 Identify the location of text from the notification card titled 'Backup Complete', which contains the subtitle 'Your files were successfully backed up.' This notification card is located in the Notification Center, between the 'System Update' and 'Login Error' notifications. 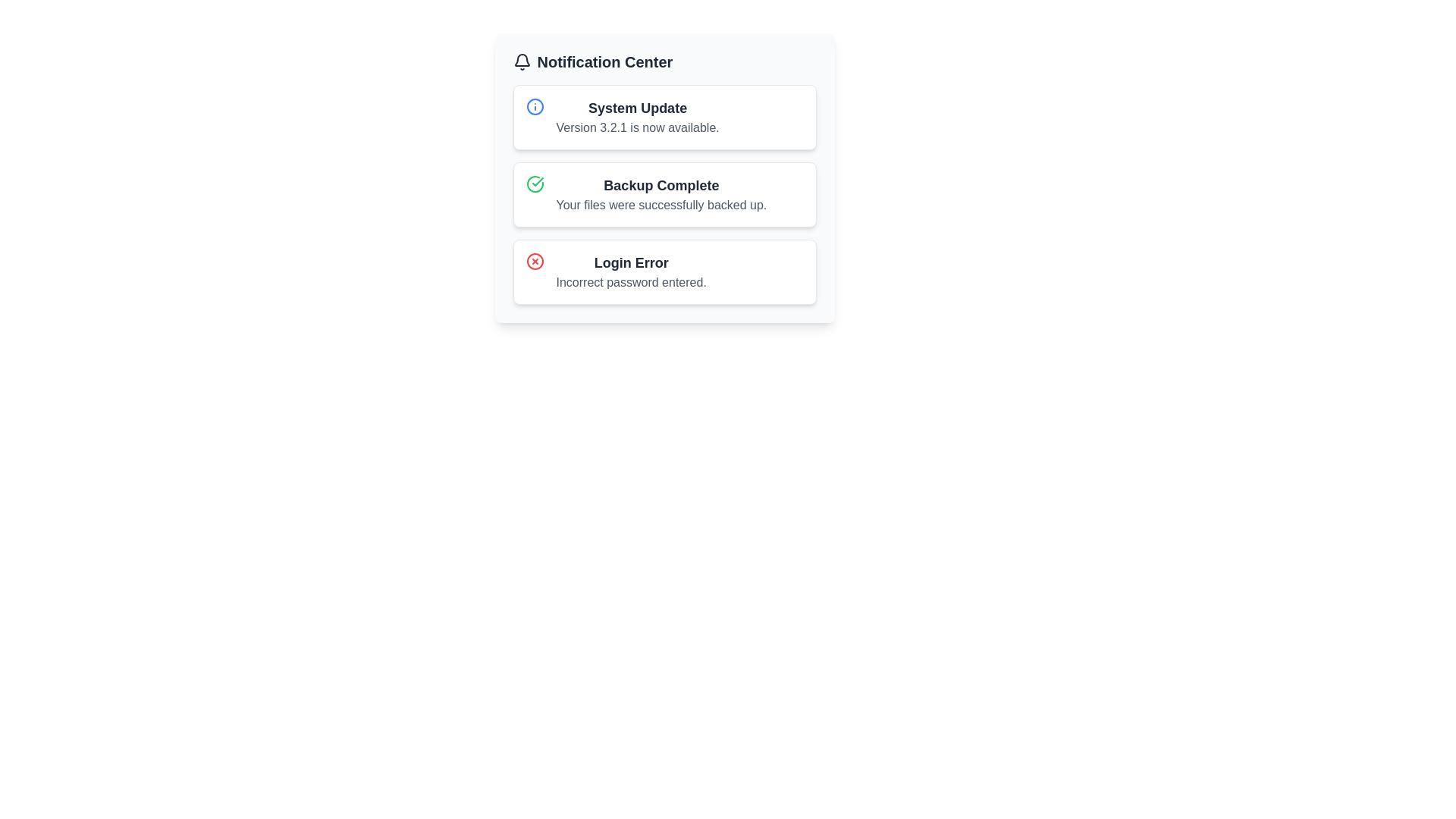
(664, 194).